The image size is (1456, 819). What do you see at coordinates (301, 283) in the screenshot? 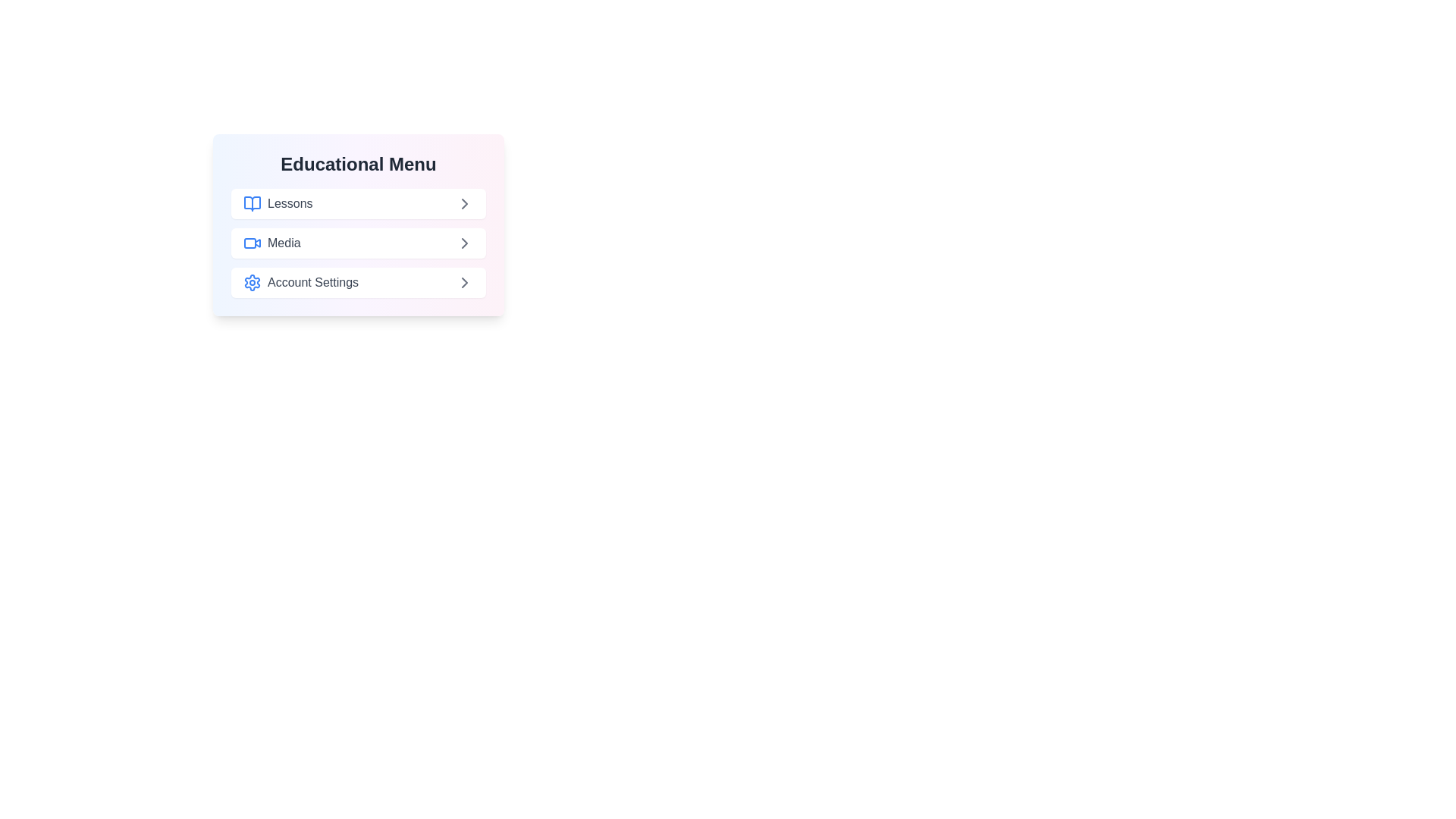
I see `the icon of the Account Settings button, which is the third item in the vertical list within the educational menu box` at bounding box center [301, 283].